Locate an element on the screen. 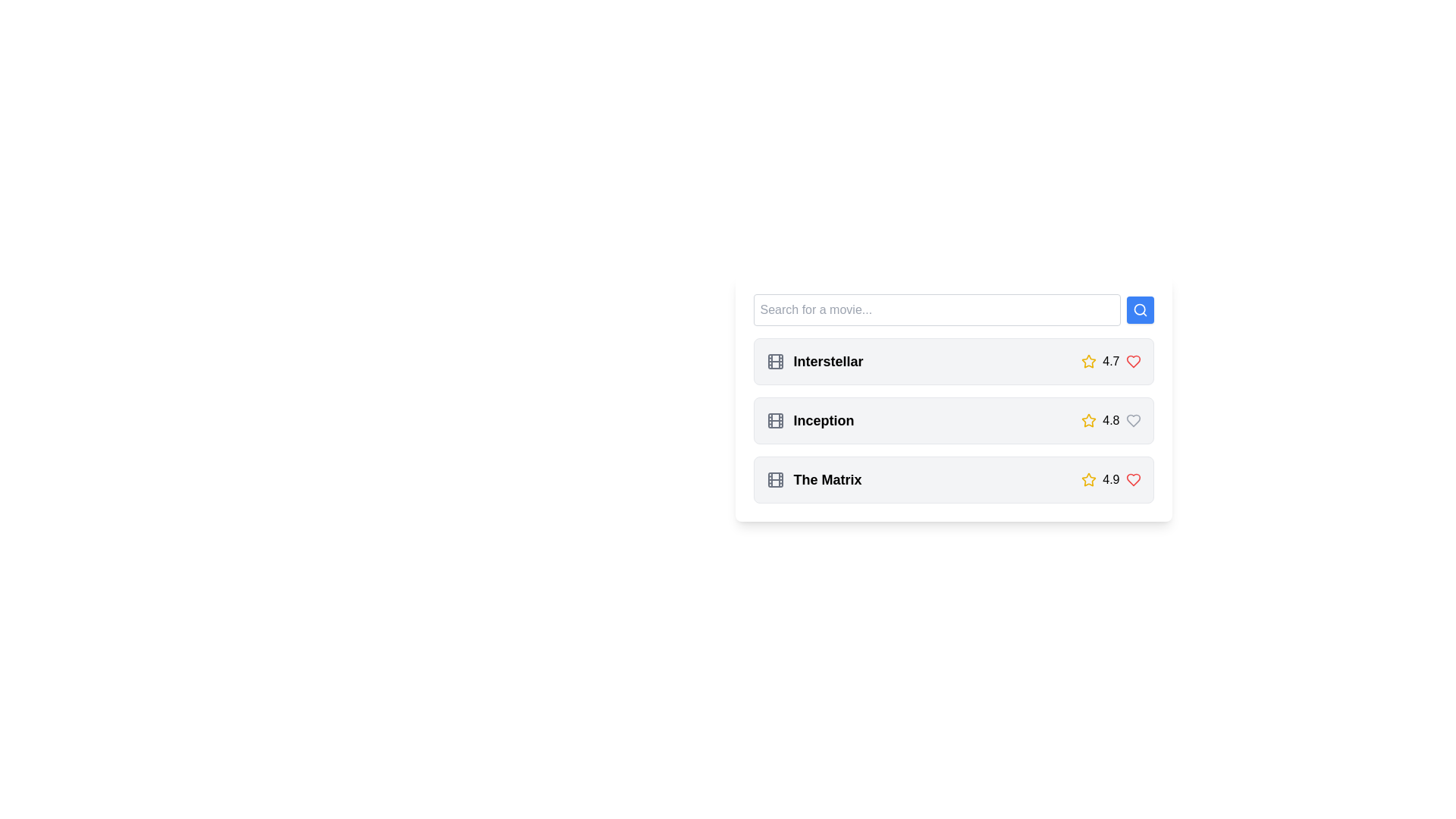  the label text displaying the title of the movie 'The Matrix', which is centrally aligned in the third row of the list under the search bar is located at coordinates (827, 479).